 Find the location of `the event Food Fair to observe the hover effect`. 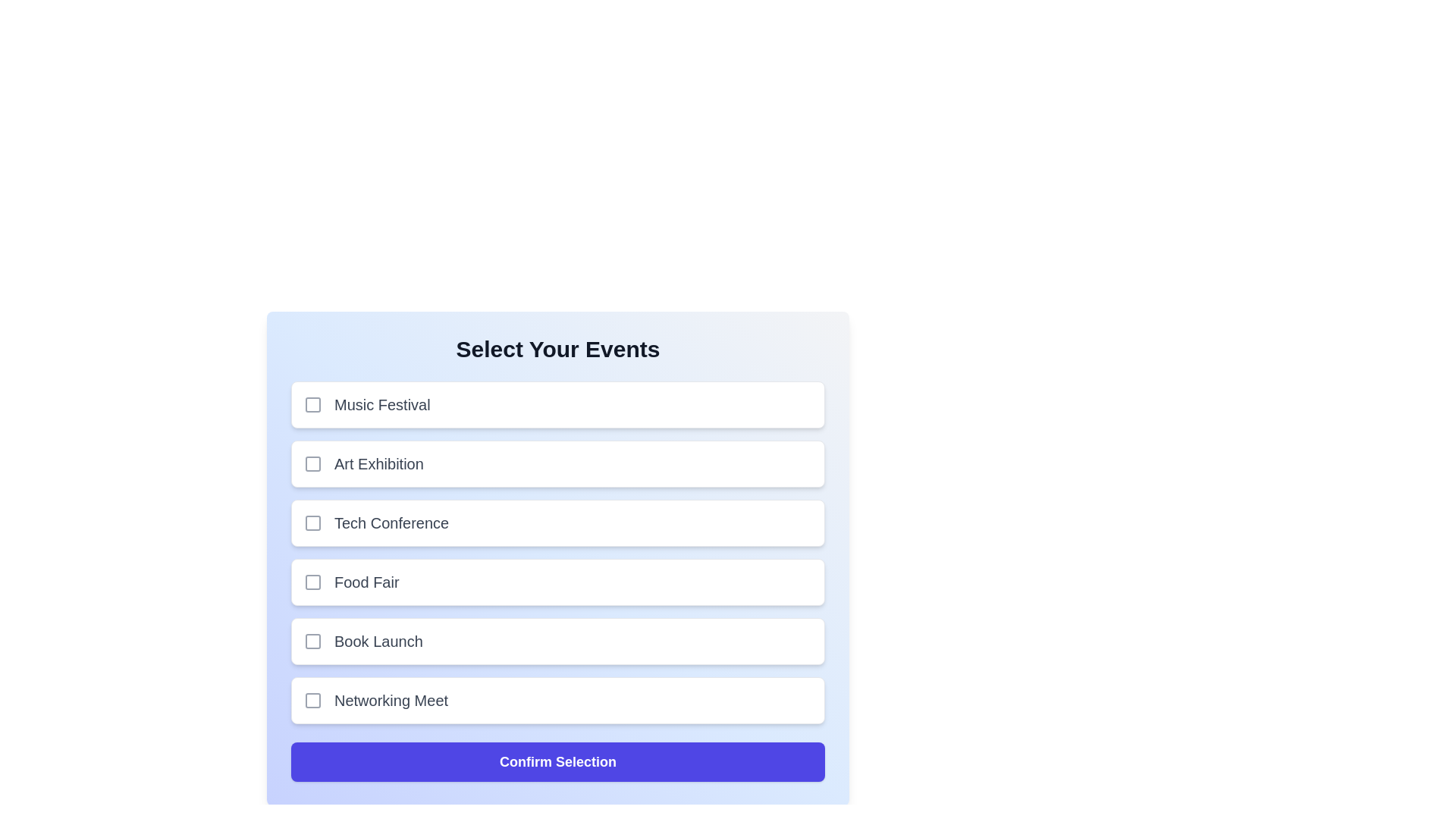

the event Food Fair to observe the hover effect is located at coordinates (557, 581).